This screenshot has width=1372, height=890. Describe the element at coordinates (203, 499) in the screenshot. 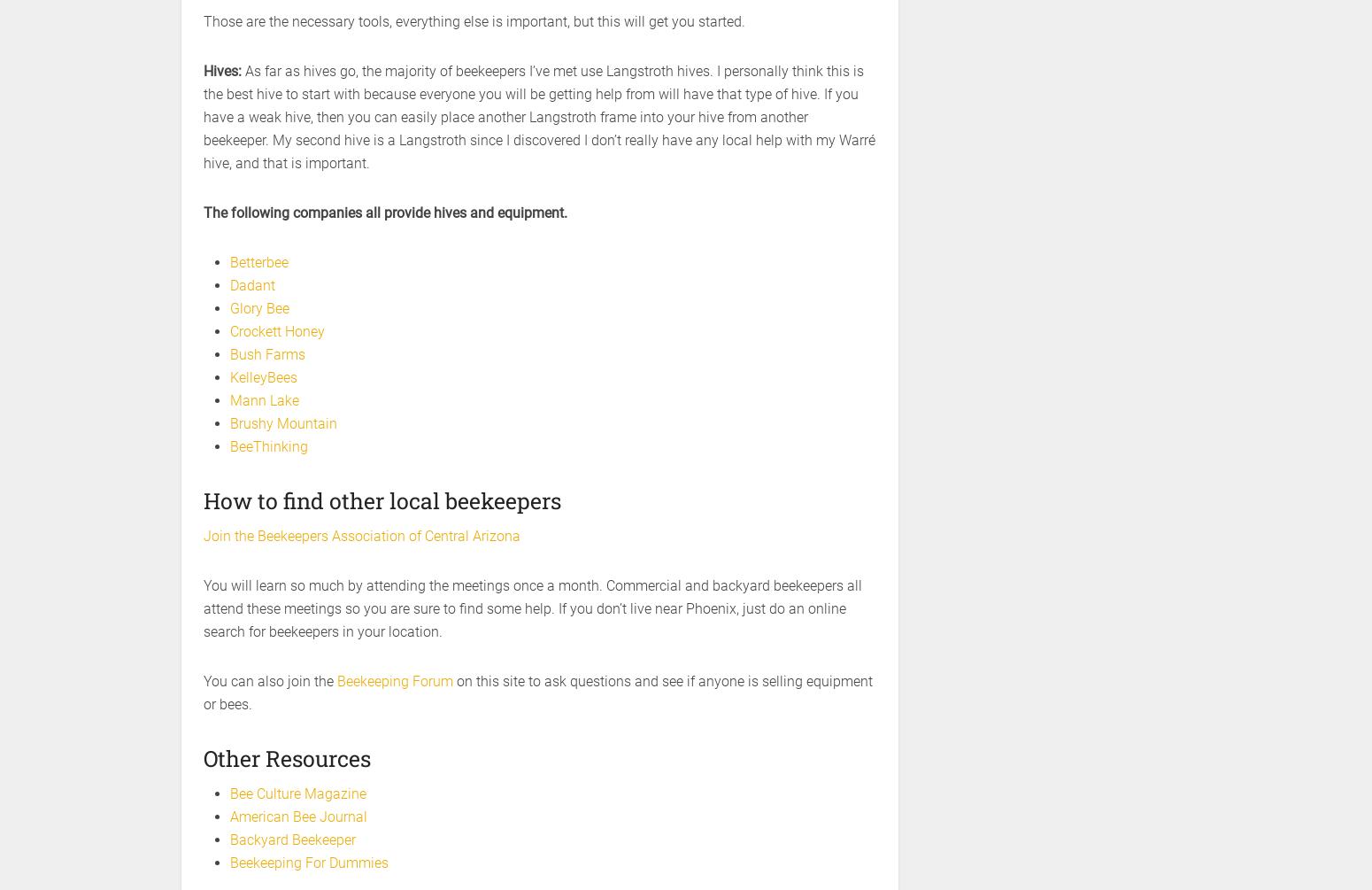

I see `'How to find other local beekeepers'` at that location.